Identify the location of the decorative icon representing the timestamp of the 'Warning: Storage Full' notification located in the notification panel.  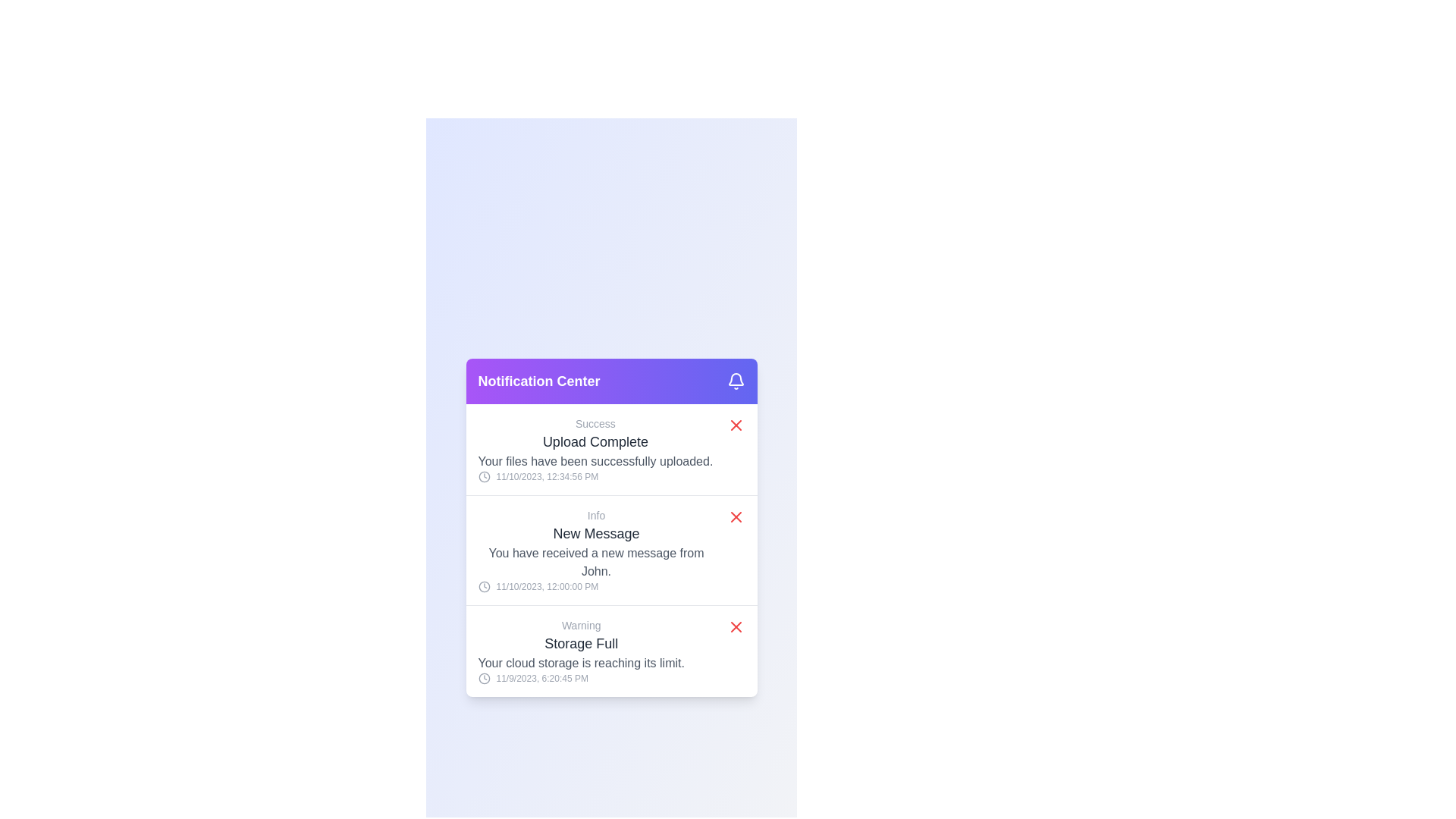
(483, 677).